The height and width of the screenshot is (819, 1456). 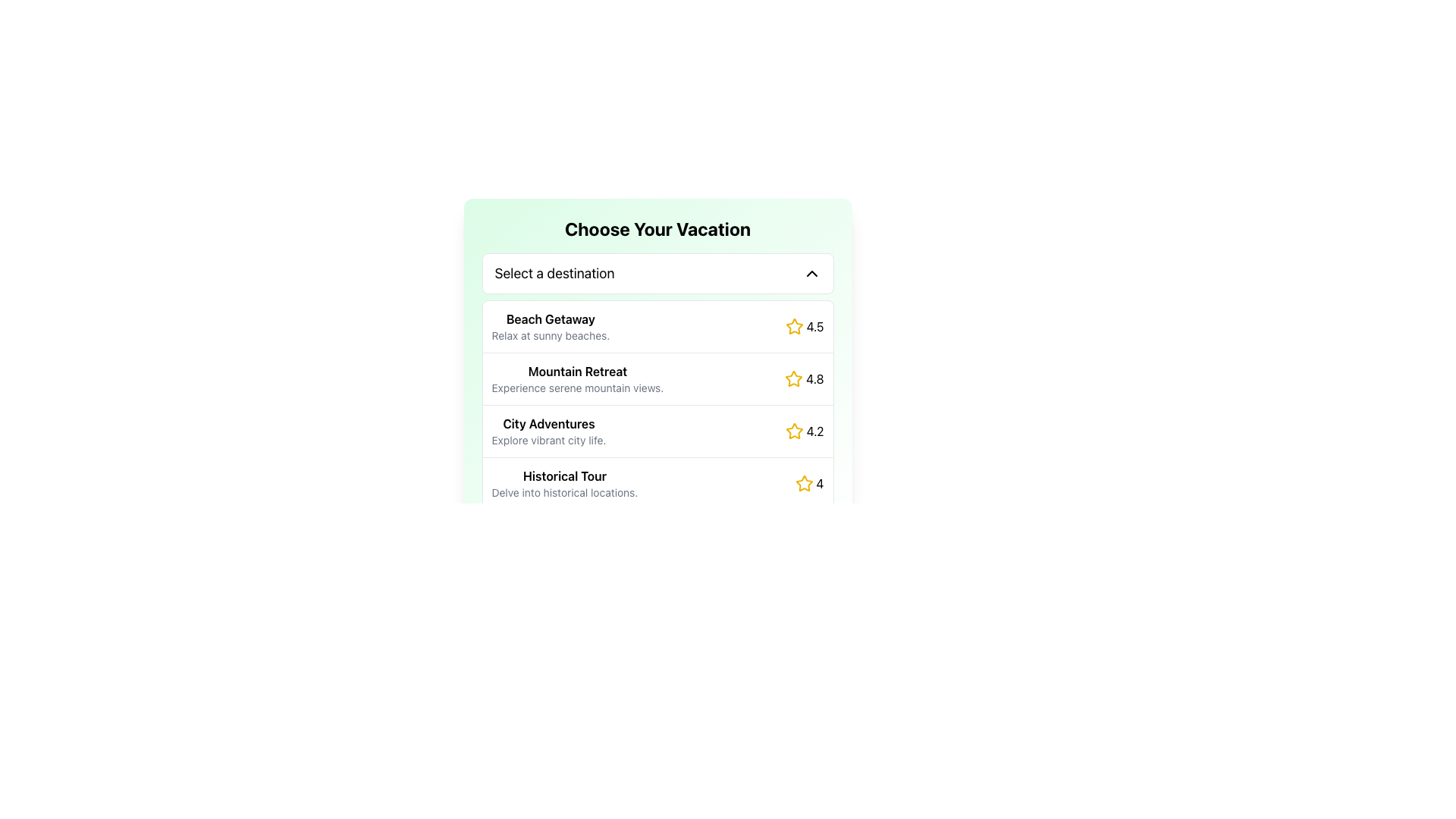 What do you see at coordinates (548, 424) in the screenshot?
I see `the 'City Adventures' text label, which is displayed in bold style and is located in the third list item below the header 'Choose Your Vacation'` at bounding box center [548, 424].